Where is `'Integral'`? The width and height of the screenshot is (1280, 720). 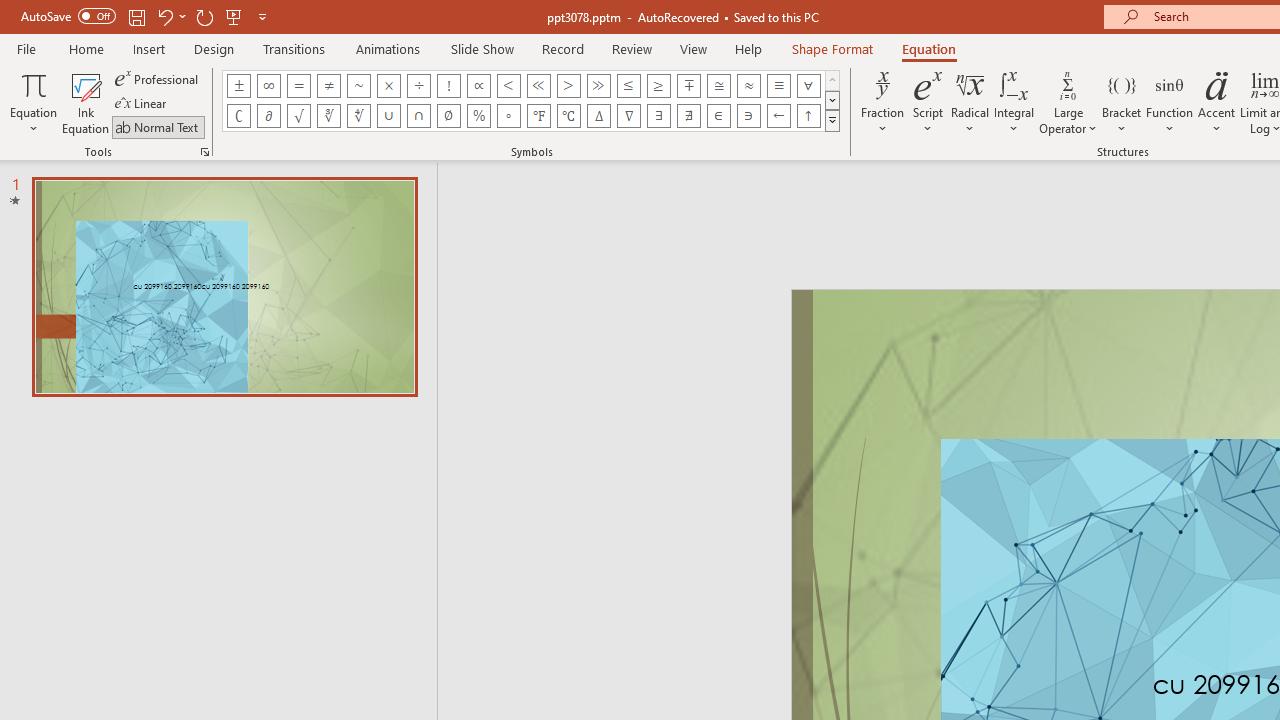
'Integral' is located at coordinates (1014, 103).